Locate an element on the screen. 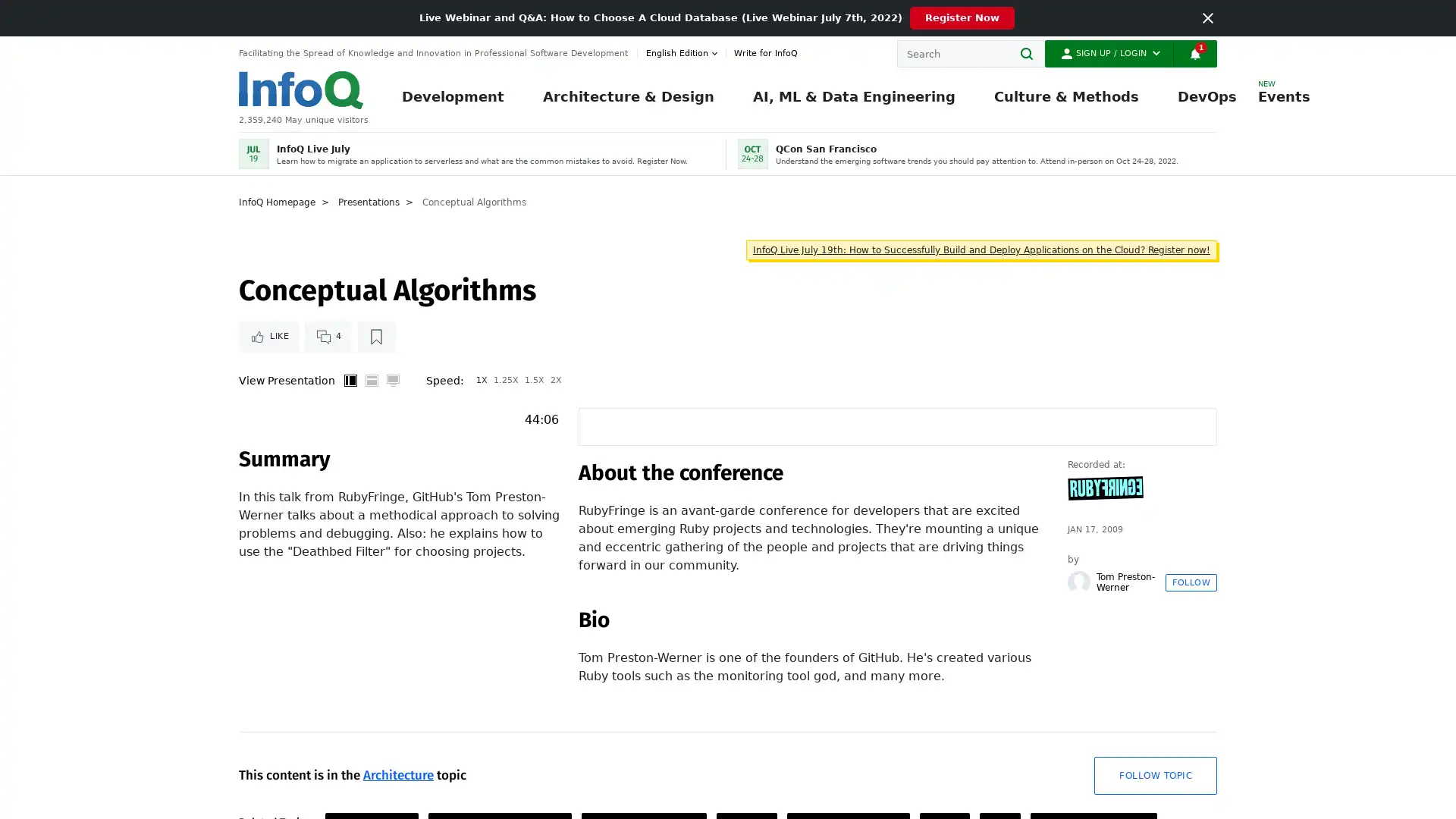 Image resolution: width=1456 pixels, height=819 pixels. Close is located at coordinates (1207, 17).